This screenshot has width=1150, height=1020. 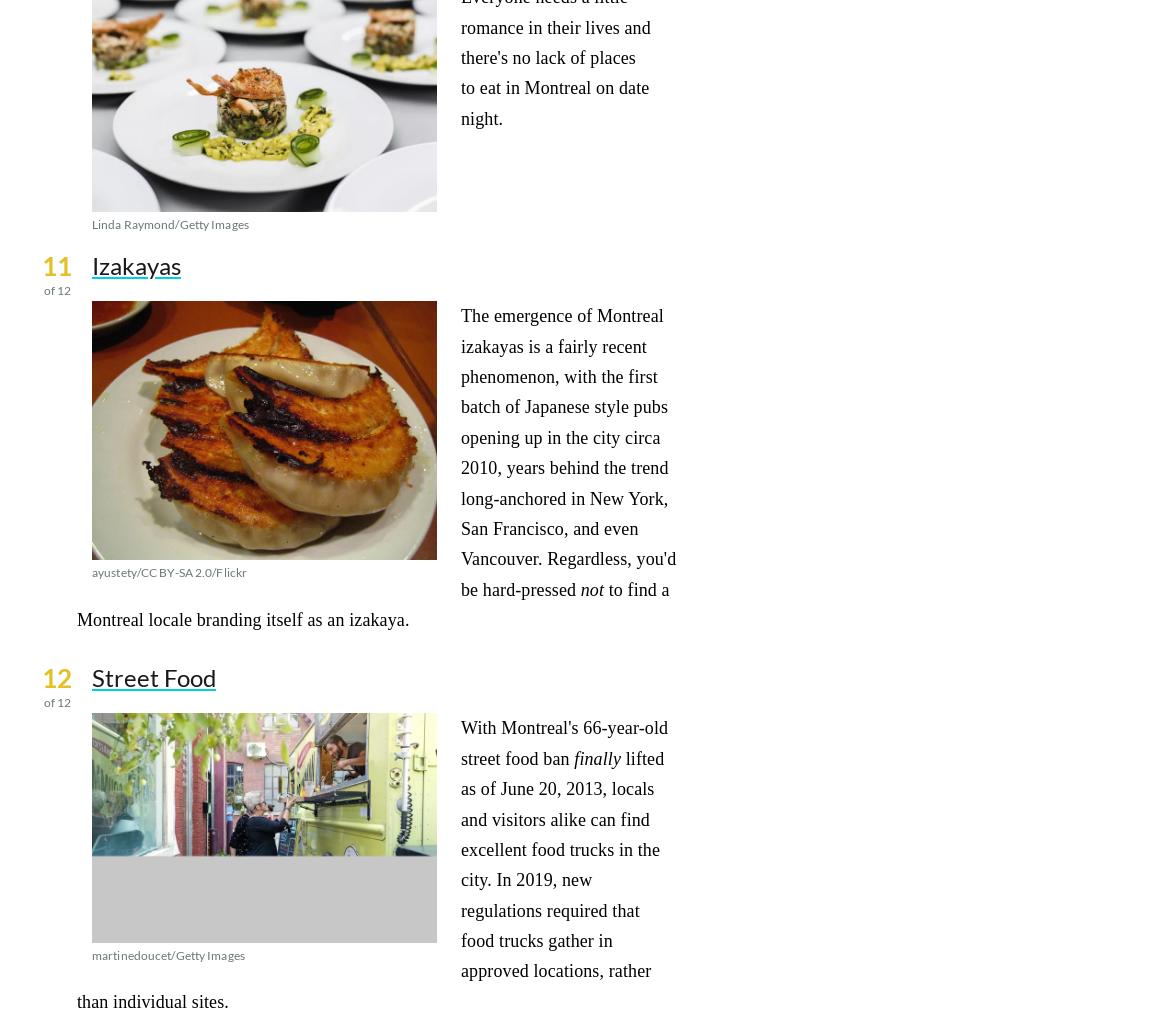 I want to click on 'The emergence of Montreal izakayas is a fairly recent phenomenon, with the first batch of Japanese style pubs opening up in the city circa 2010, years behind the trend long-anchored in New York, San Francisco, and even Vancouver. Regardless, you'd be hard-pressed', so click(x=568, y=451).